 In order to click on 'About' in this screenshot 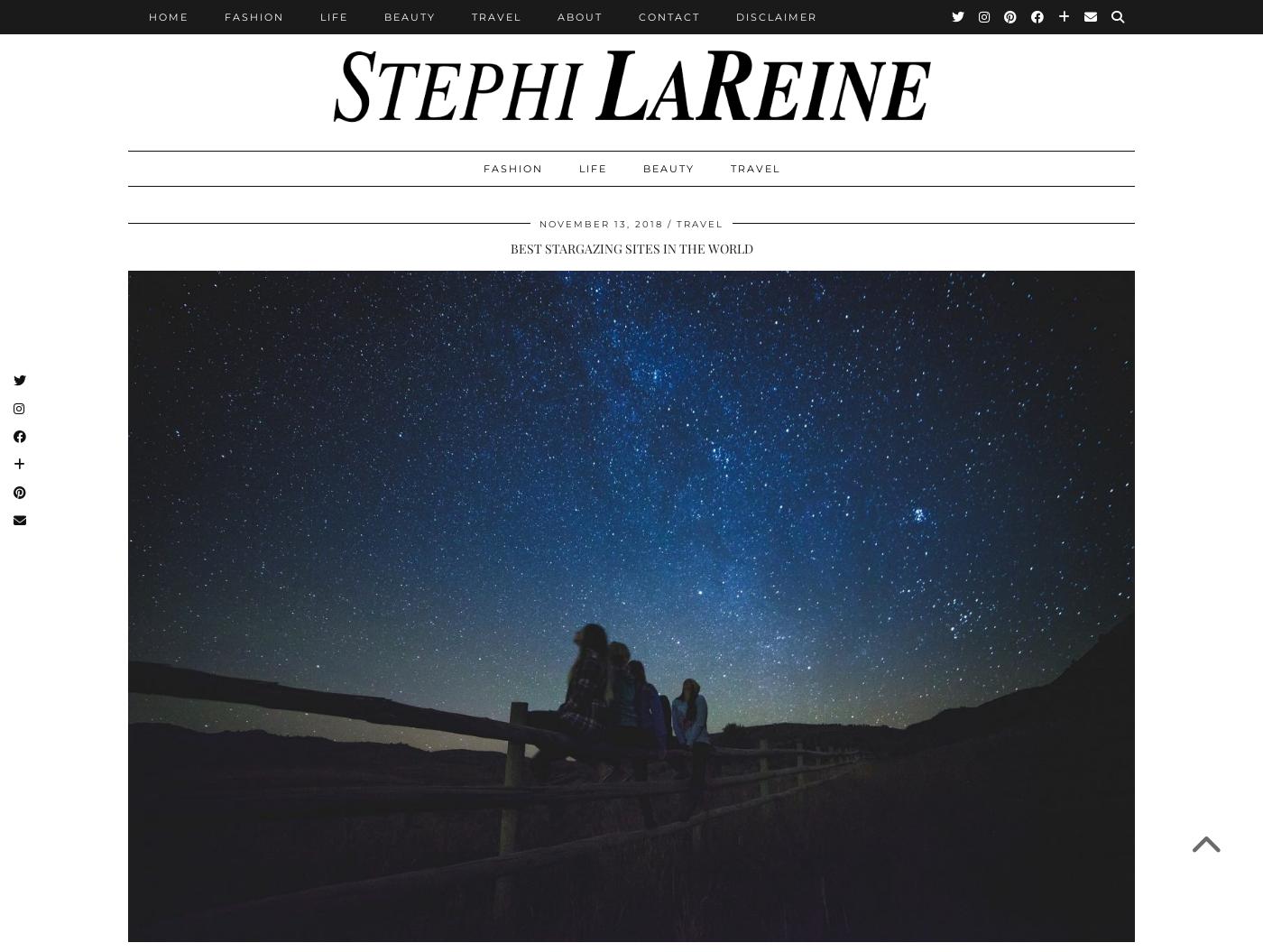, I will do `click(580, 16)`.